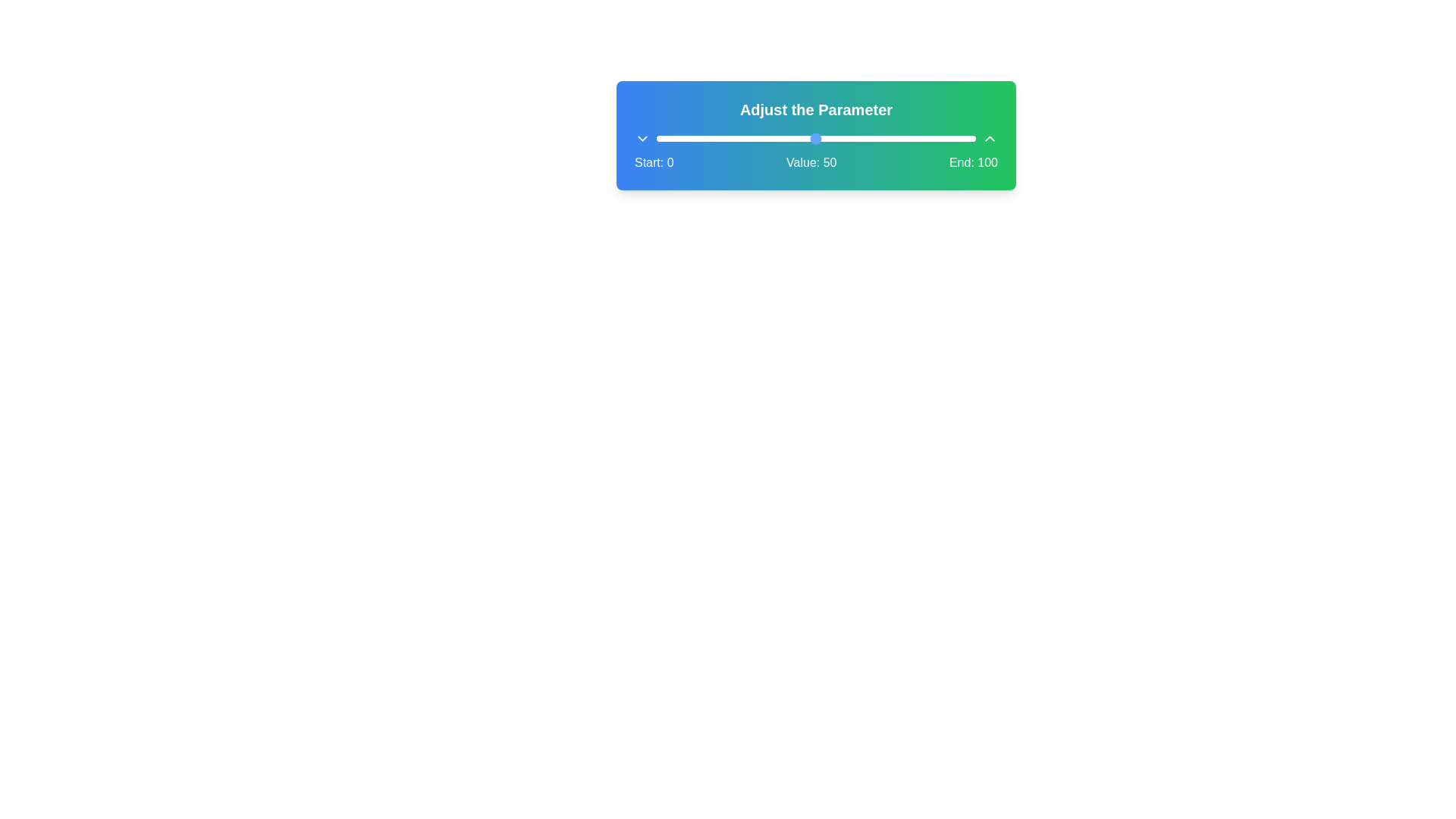 The image size is (1456, 819). Describe the element at coordinates (877, 138) in the screenshot. I see `the parameter` at that location.